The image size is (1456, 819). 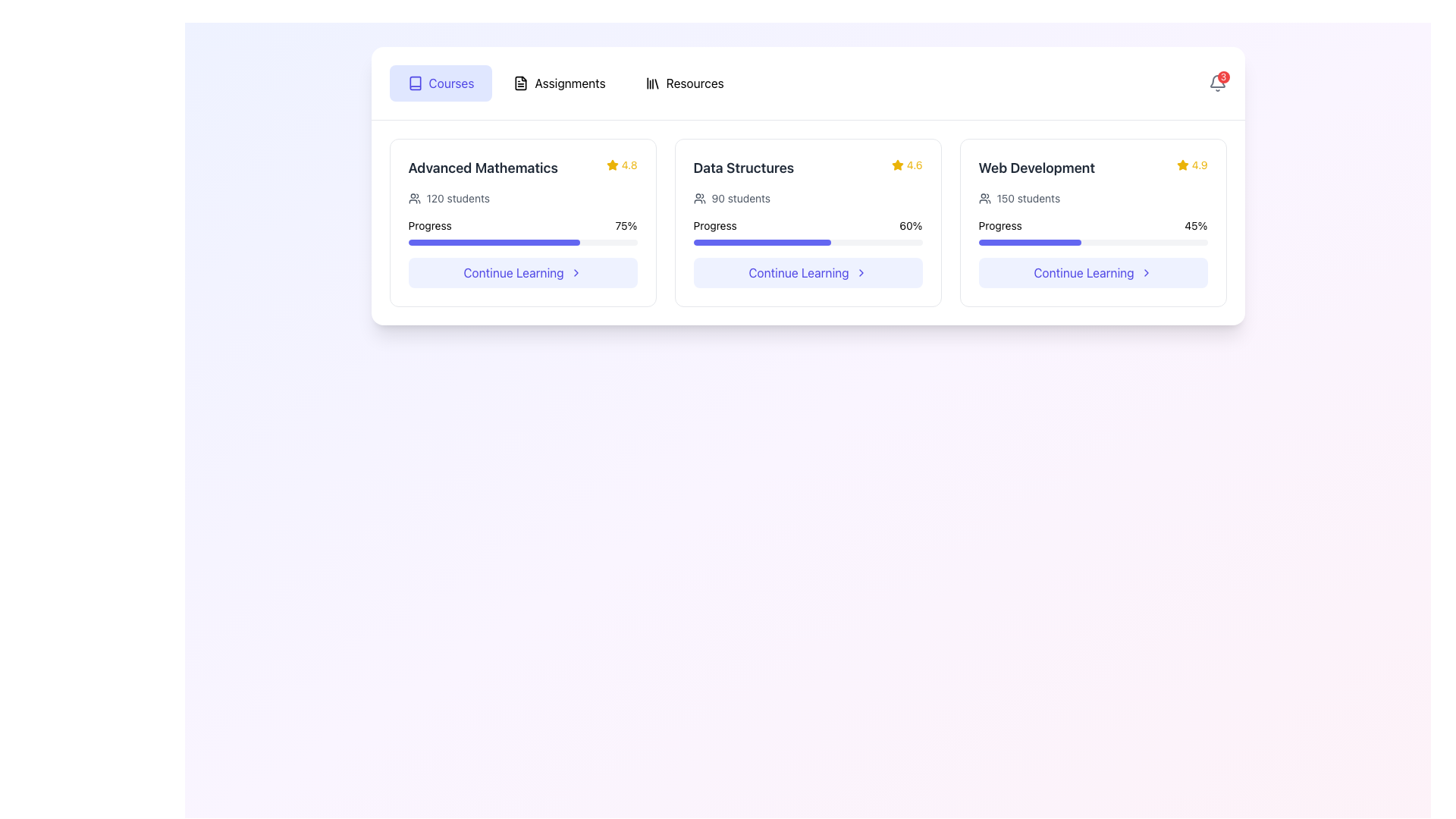 I want to click on the 'Progress' label located in the 'Web Development' course card, positioned above the progress bar and next to the '45%' percentage indicator, so click(x=1000, y=225).